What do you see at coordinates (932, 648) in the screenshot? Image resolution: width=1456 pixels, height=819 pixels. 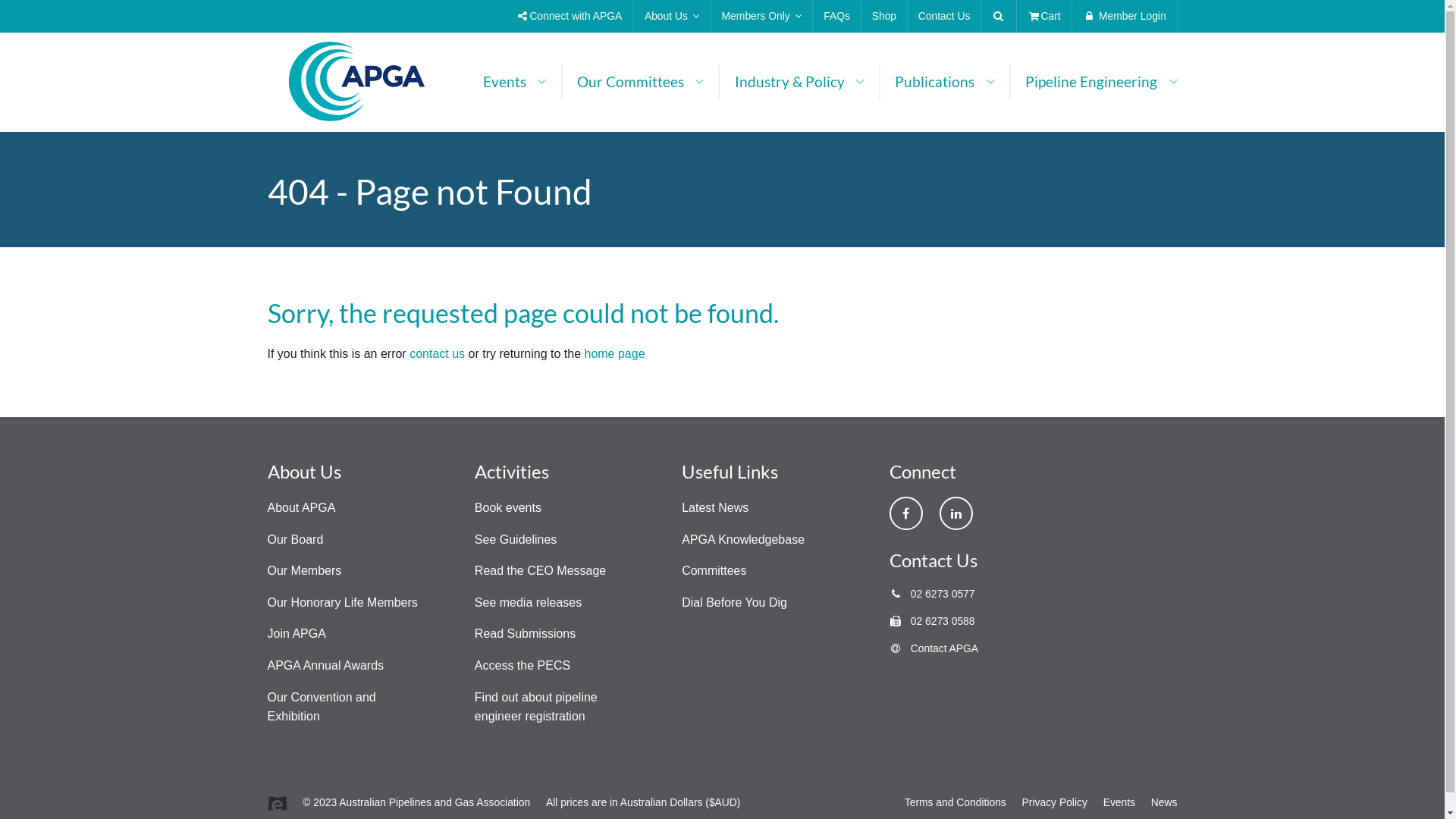 I see `'Contact APGA'` at bounding box center [932, 648].